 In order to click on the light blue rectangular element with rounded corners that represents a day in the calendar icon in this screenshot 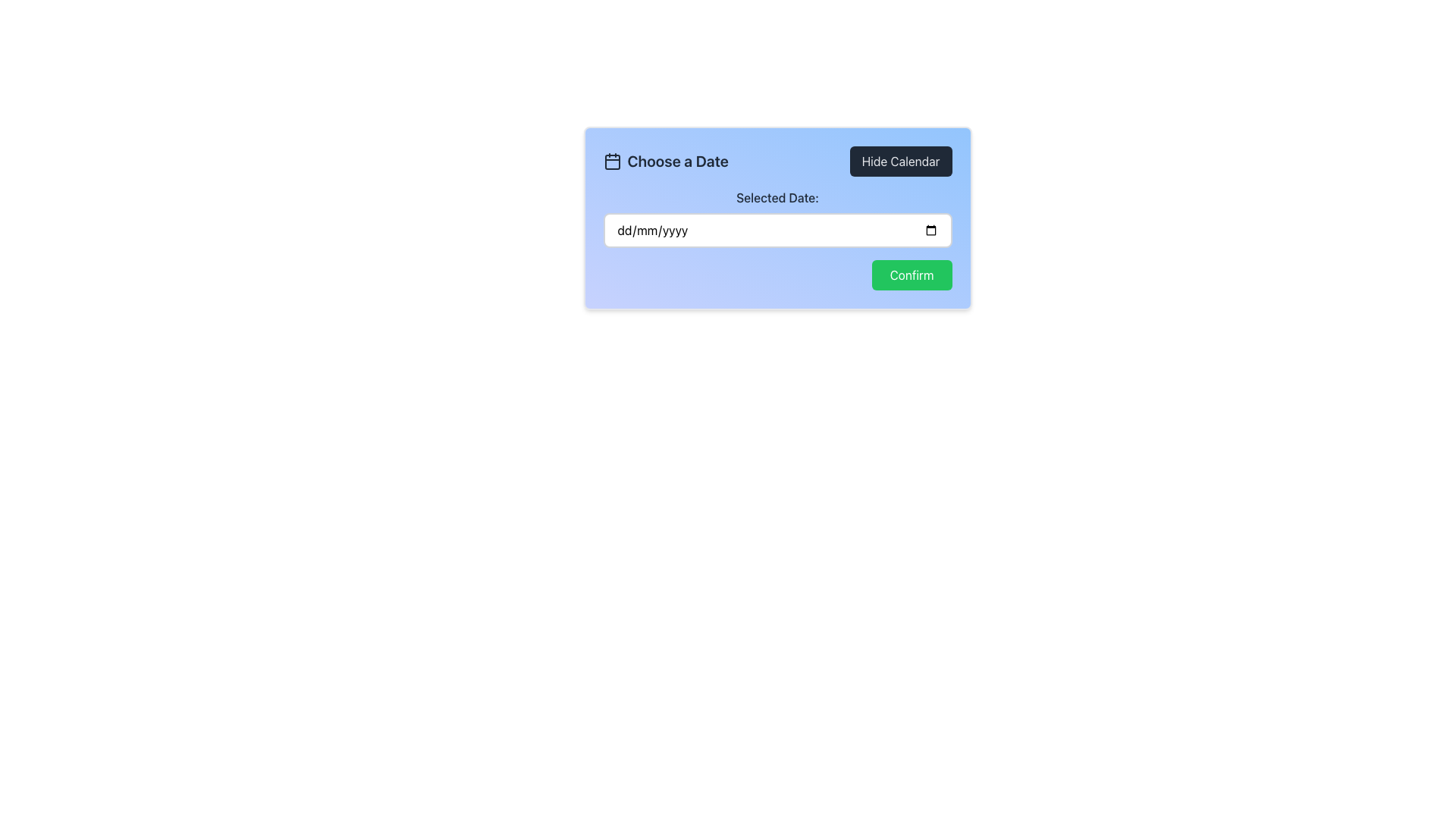, I will do `click(612, 162)`.